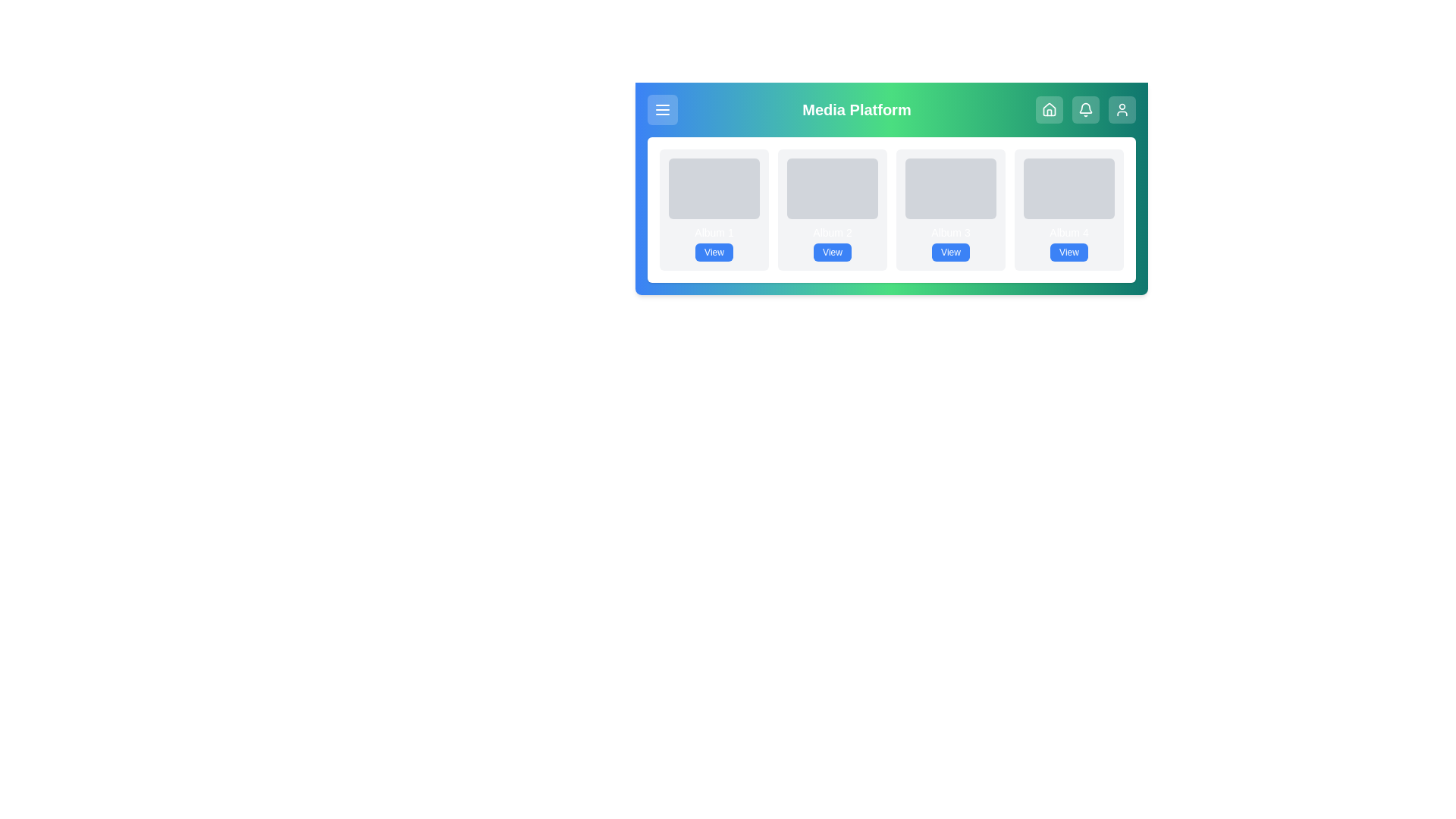  I want to click on the menu button to toggle the menu visibility, so click(662, 109).